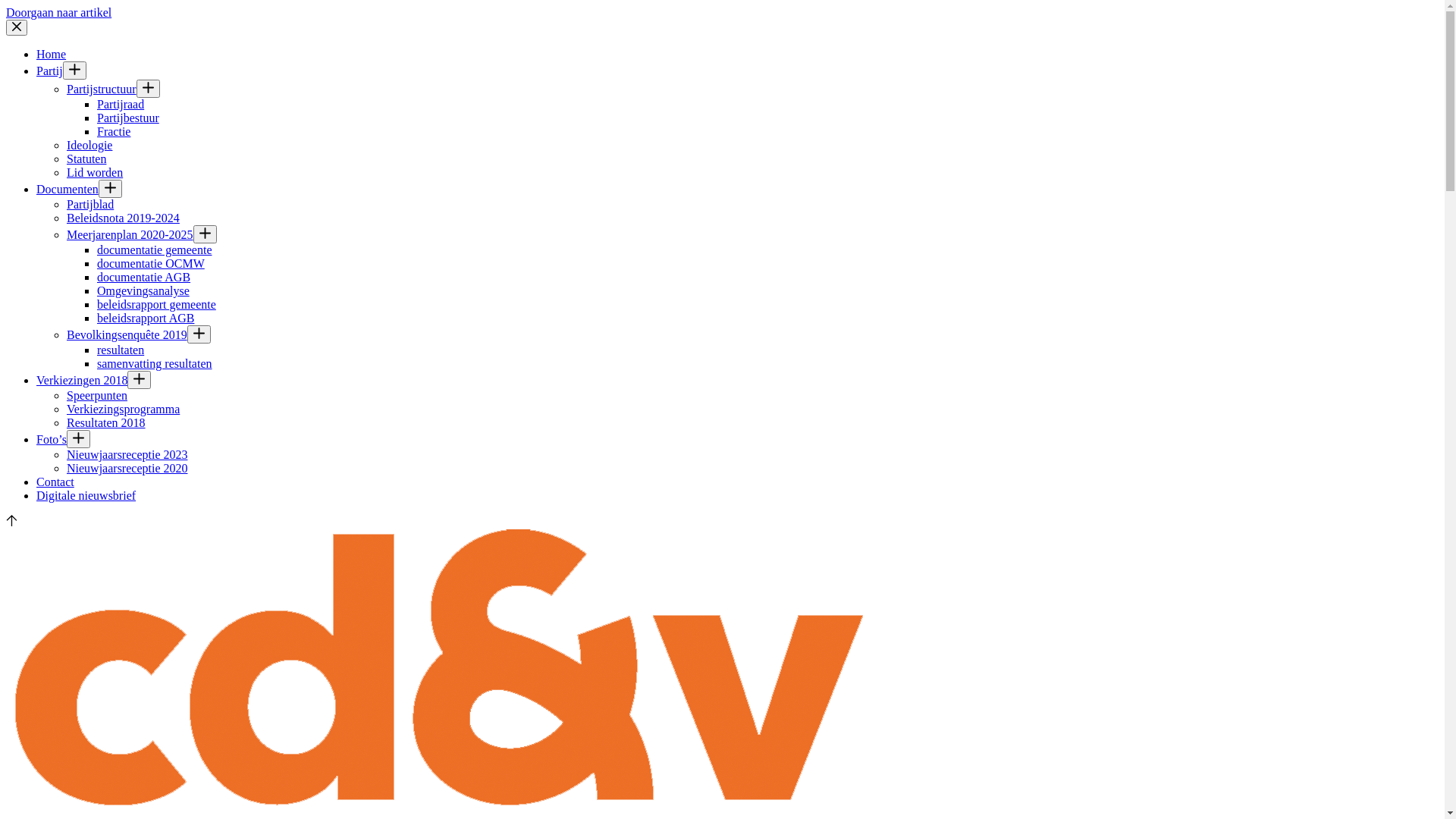 The height and width of the screenshot is (819, 1456). I want to click on 'Partijstructuur', so click(101, 89).